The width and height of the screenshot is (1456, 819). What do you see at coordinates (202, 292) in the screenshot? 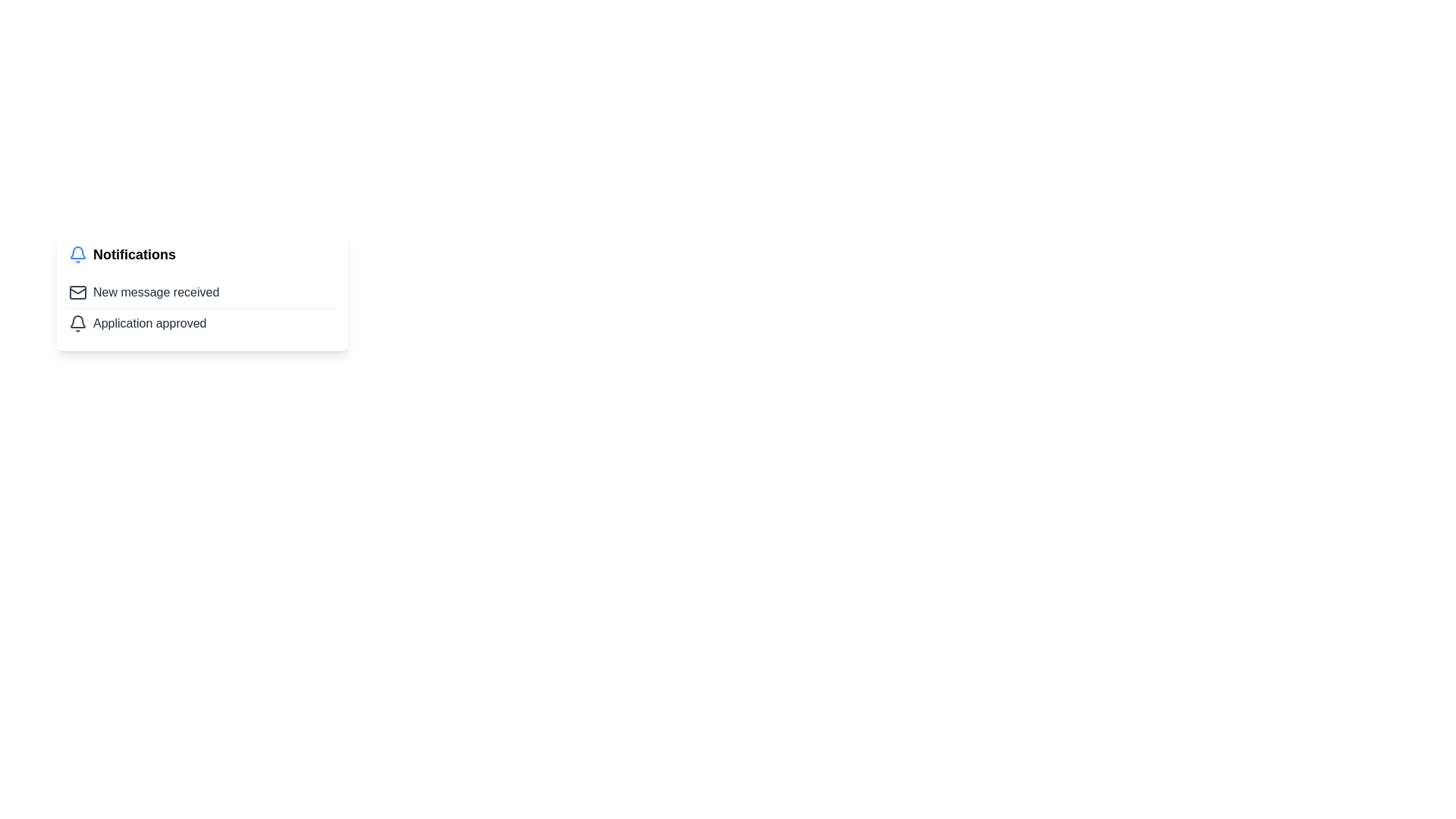
I see `the Notification item, which features an envelope icon and the text 'New message received', to read the notification` at bounding box center [202, 292].